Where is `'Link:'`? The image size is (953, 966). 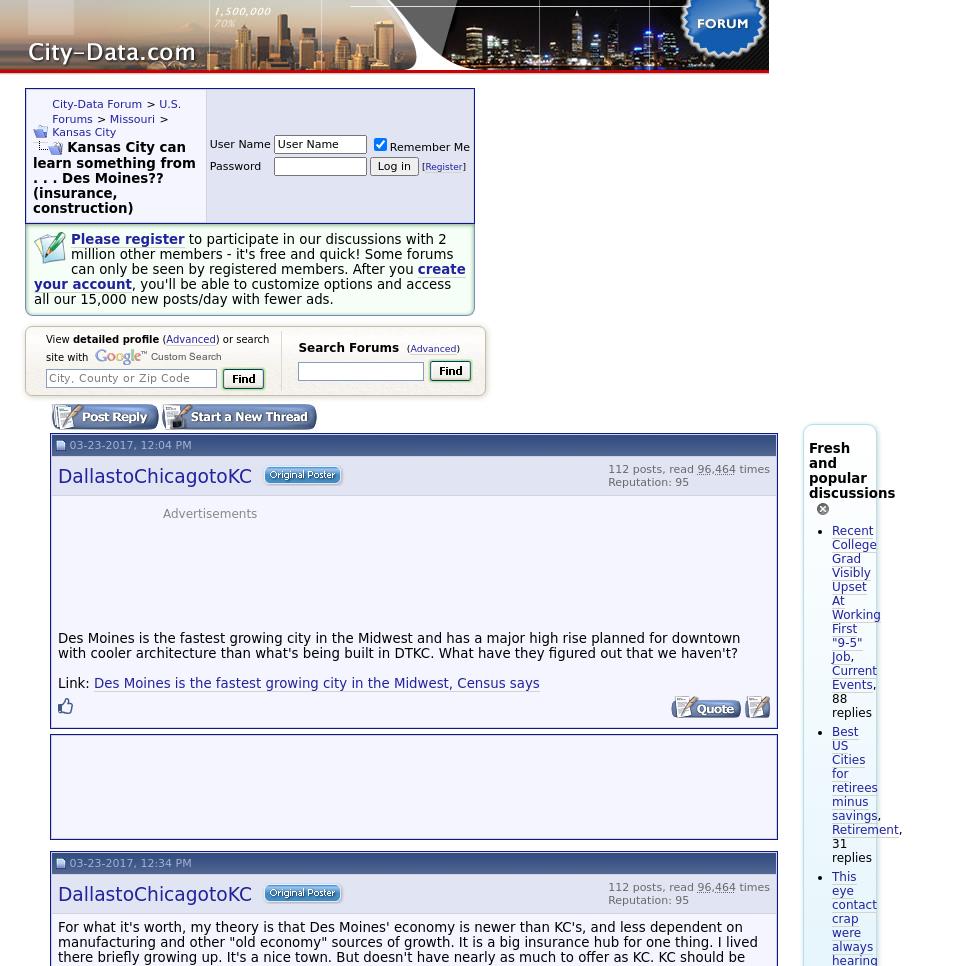
'Link:' is located at coordinates (74, 682).